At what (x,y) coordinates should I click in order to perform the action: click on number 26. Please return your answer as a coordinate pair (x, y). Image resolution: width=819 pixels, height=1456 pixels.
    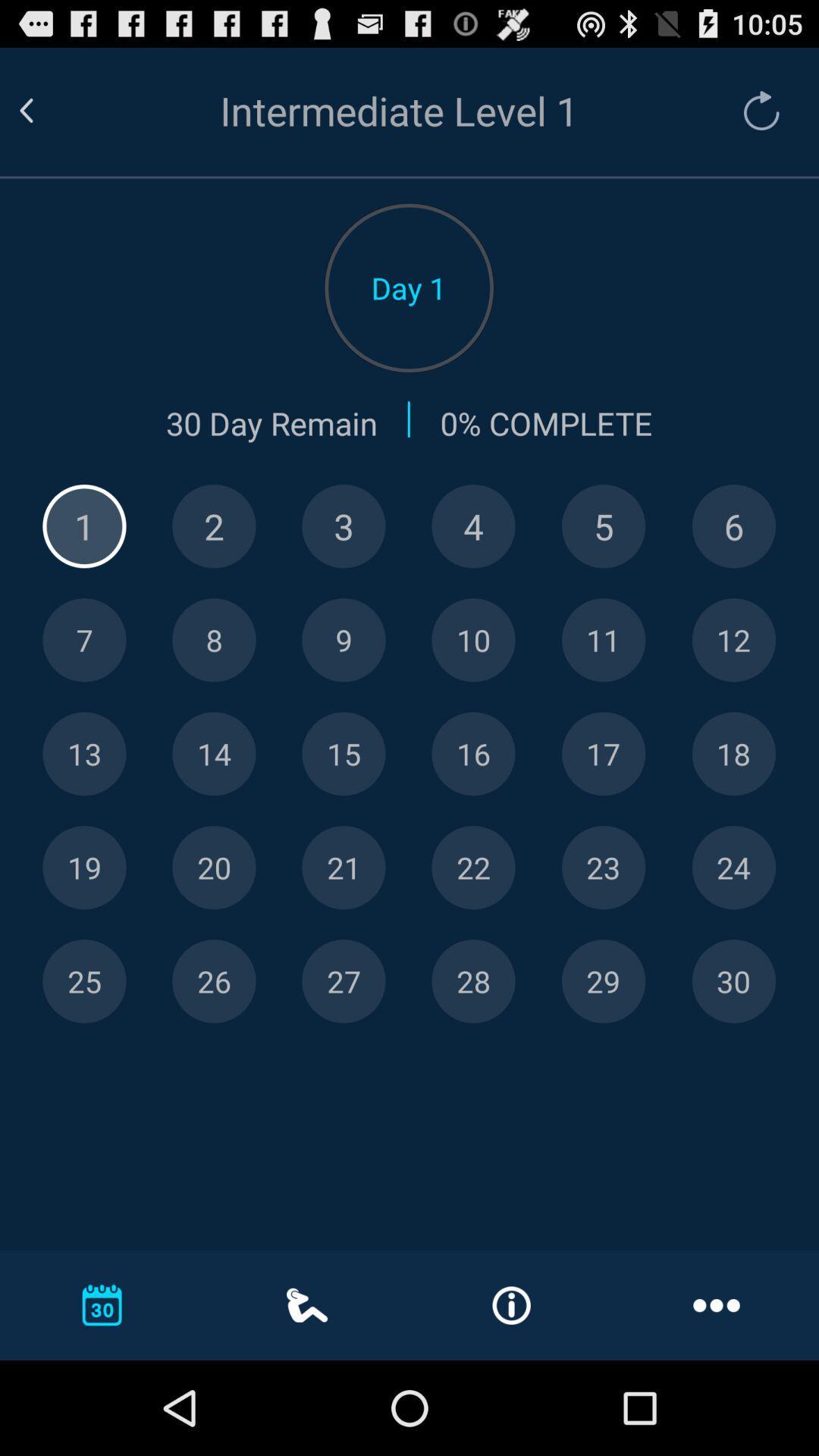
    Looking at the image, I should click on (214, 981).